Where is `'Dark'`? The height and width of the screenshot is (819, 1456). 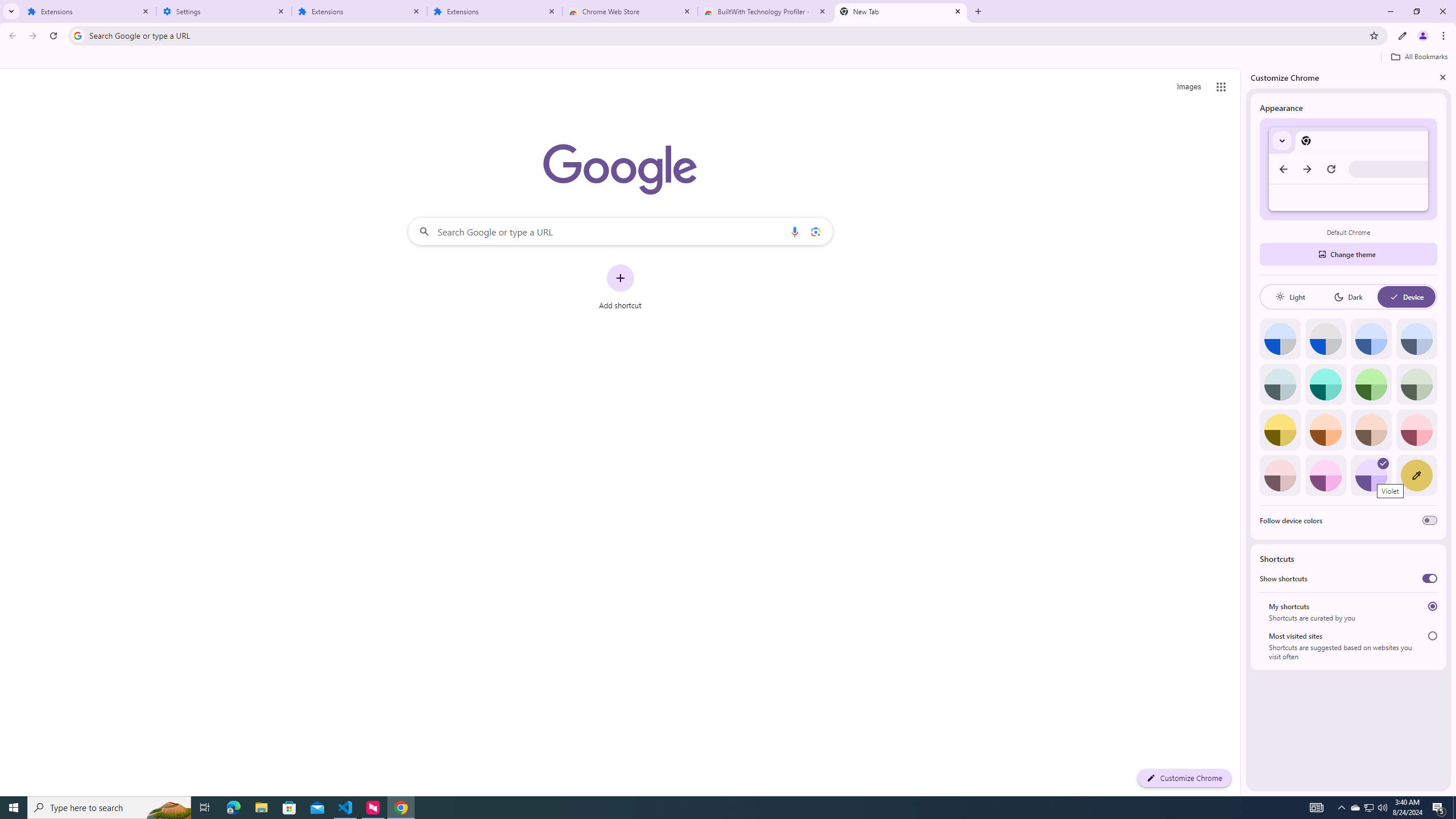
'Dark' is located at coordinates (1347, 296).